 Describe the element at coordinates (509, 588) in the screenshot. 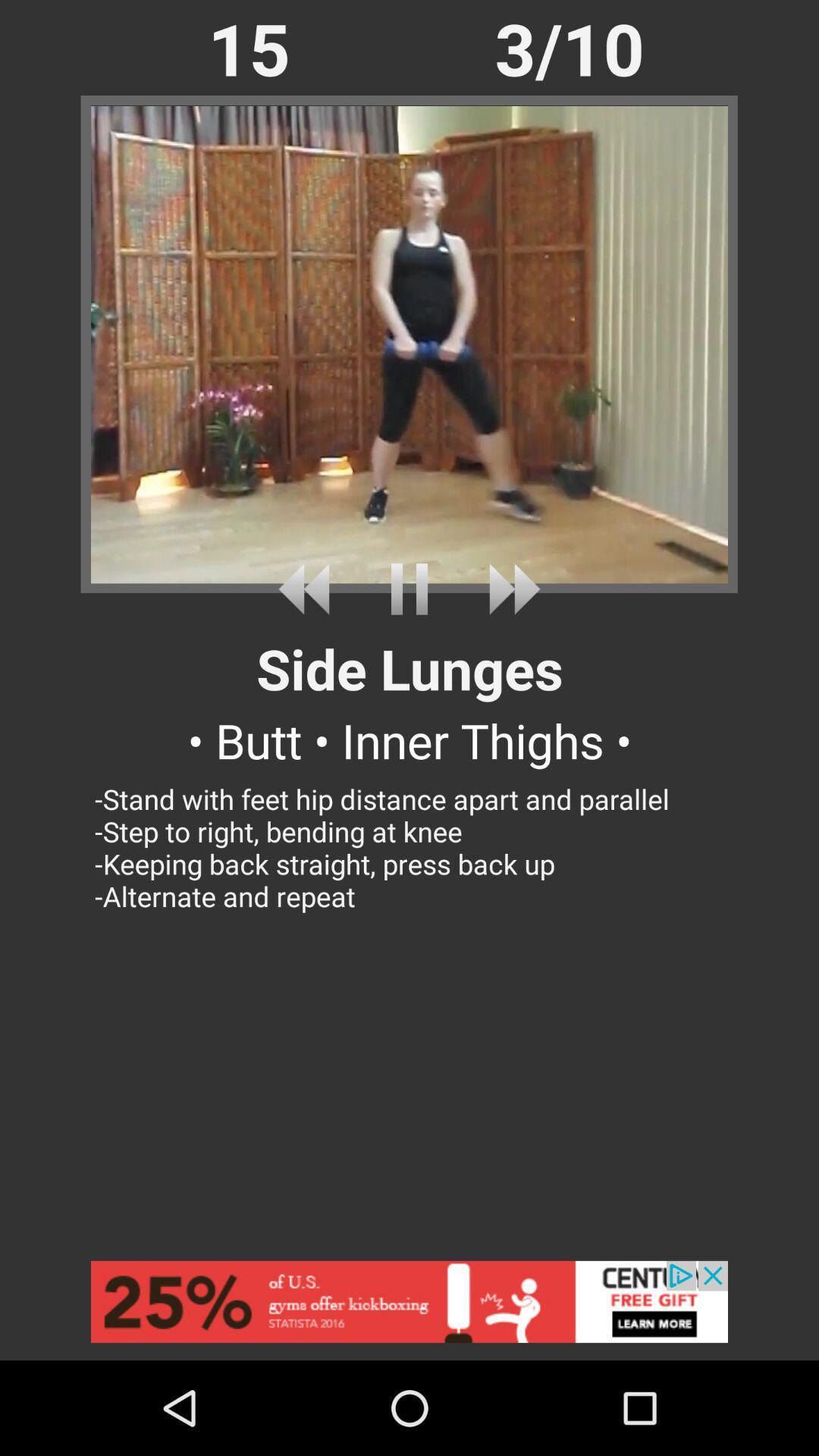

I see `next song` at that location.